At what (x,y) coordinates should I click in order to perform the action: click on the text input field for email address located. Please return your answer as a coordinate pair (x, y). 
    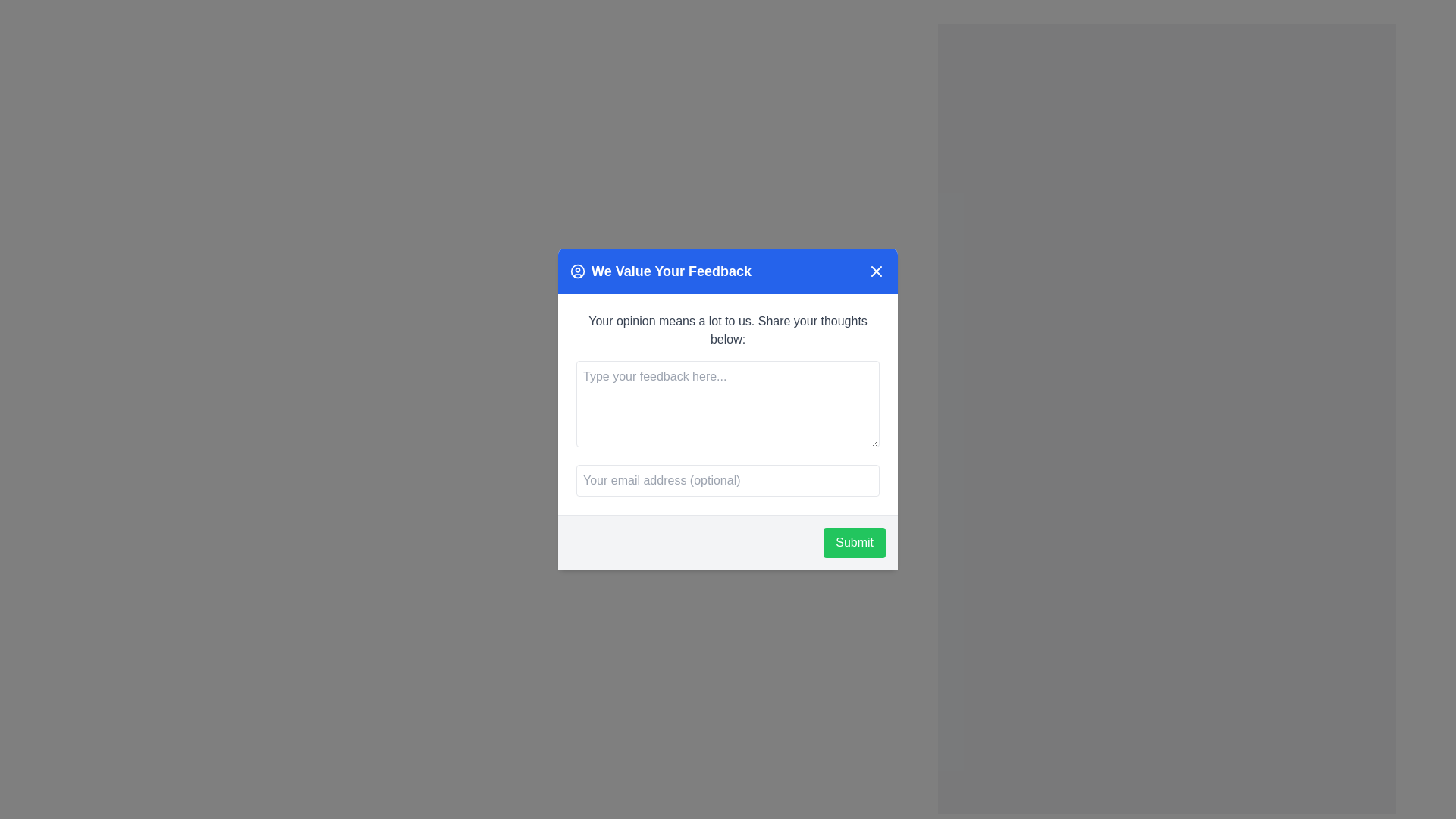
    Looking at the image, I should click on (728, 480).